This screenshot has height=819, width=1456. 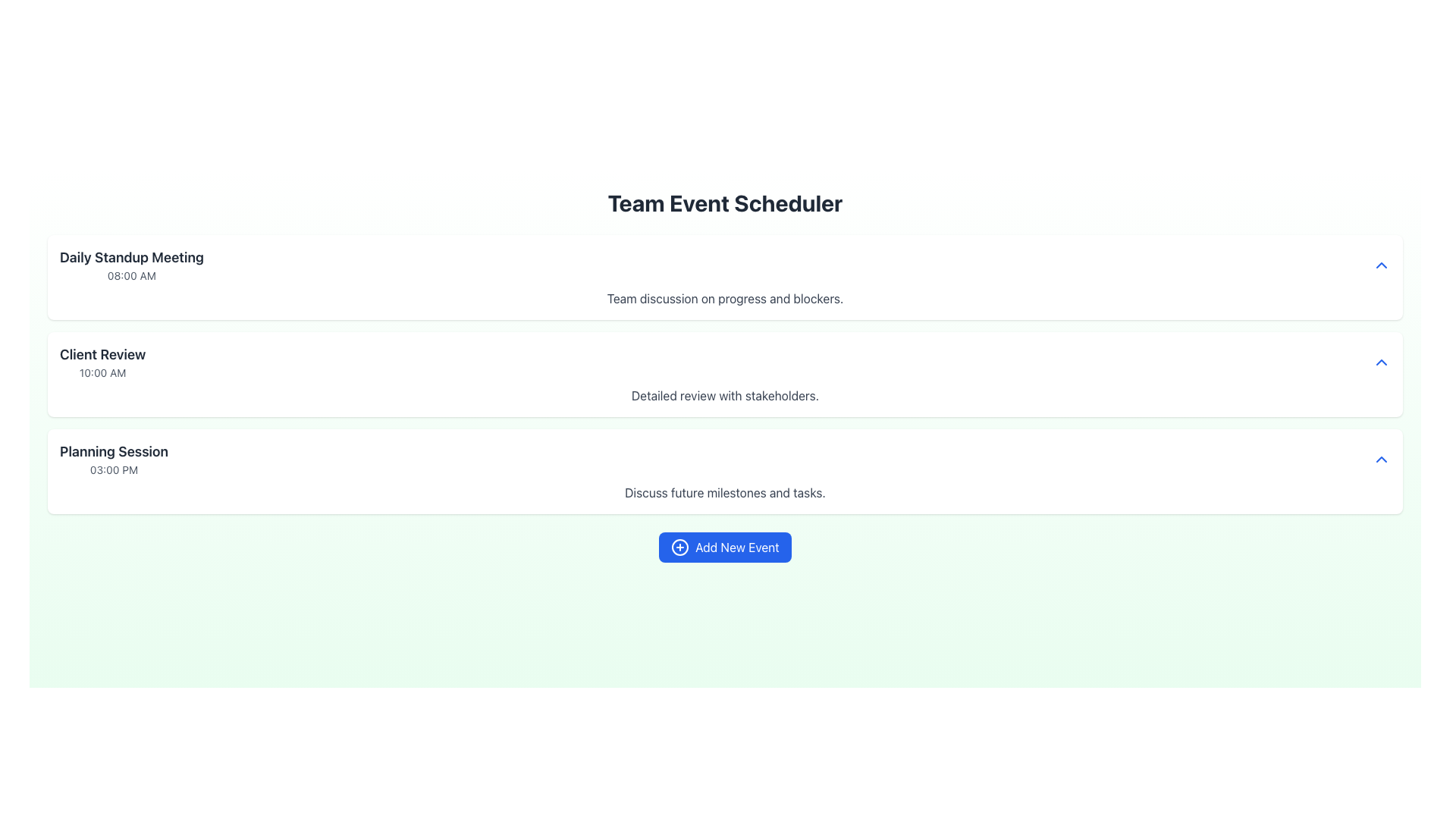 What do you see at coordinates (1382, 458) in the screenshot?
I see `the interactive button at the rightmost edge of the 'Planning Session' section with timestamp '03:00 PM' to observe a color transition effect indicating interactivity` at bounding box center [1382, 458].